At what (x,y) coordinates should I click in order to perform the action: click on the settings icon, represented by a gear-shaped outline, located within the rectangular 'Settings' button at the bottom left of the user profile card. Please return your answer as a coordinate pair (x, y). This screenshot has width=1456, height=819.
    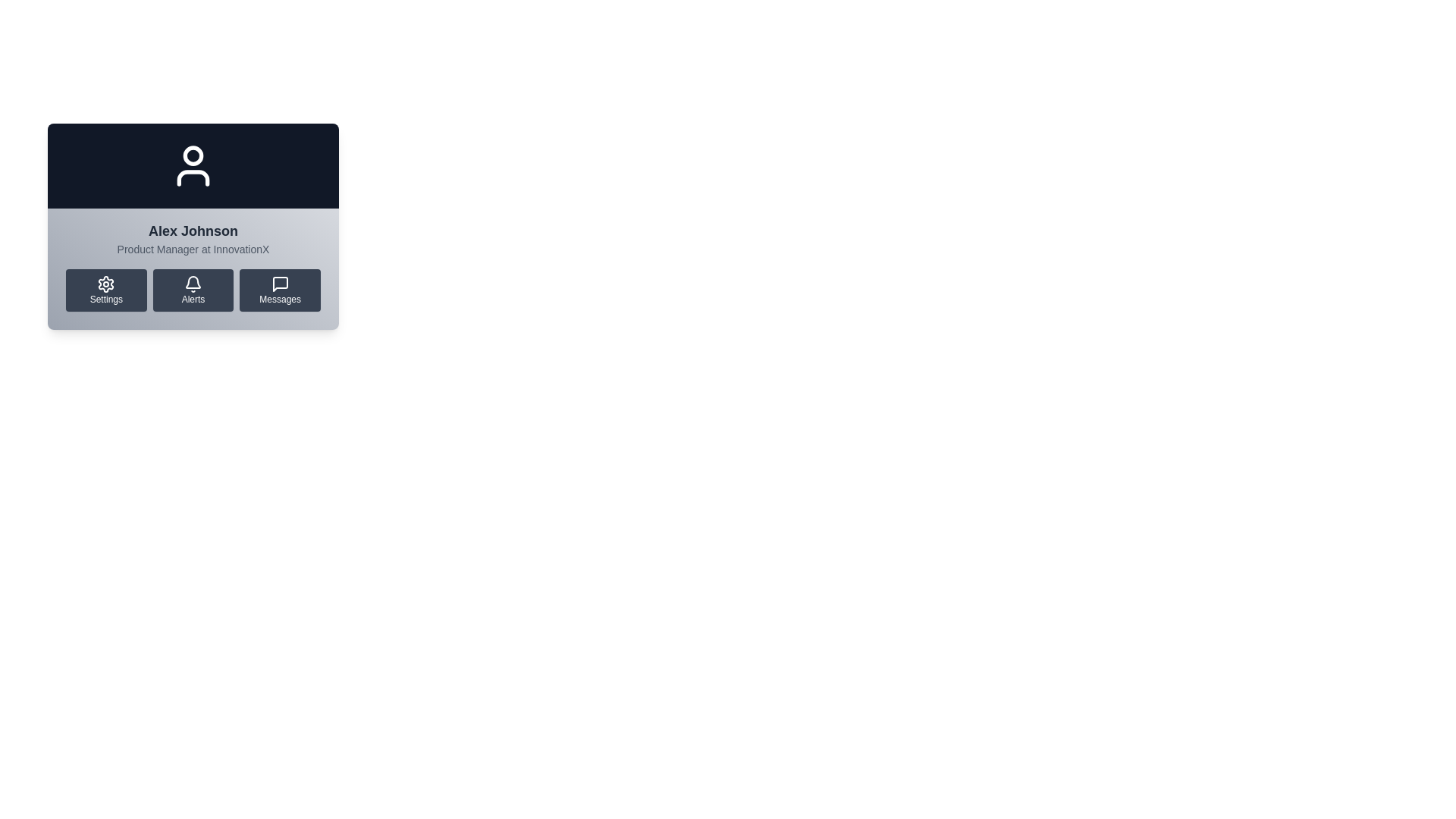
    Looking at the image, I should click on (105, 284).